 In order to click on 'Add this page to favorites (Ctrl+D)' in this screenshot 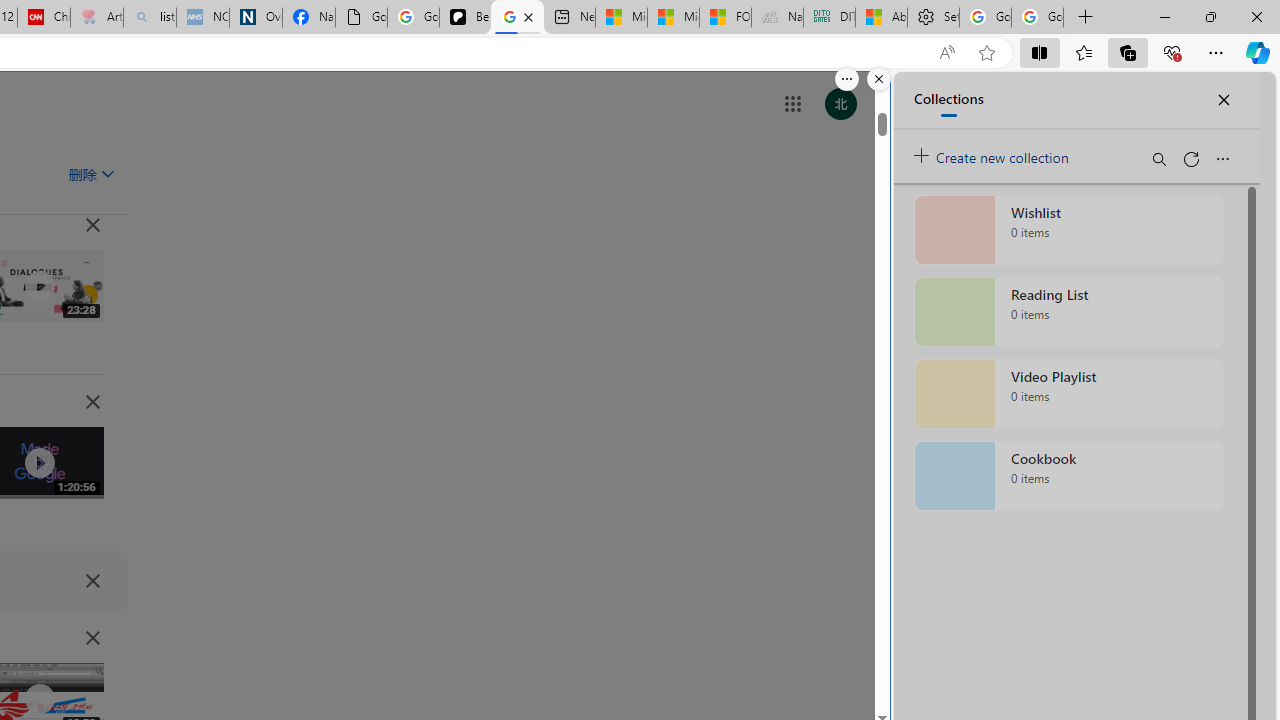, I will do `click(986, 52)`.